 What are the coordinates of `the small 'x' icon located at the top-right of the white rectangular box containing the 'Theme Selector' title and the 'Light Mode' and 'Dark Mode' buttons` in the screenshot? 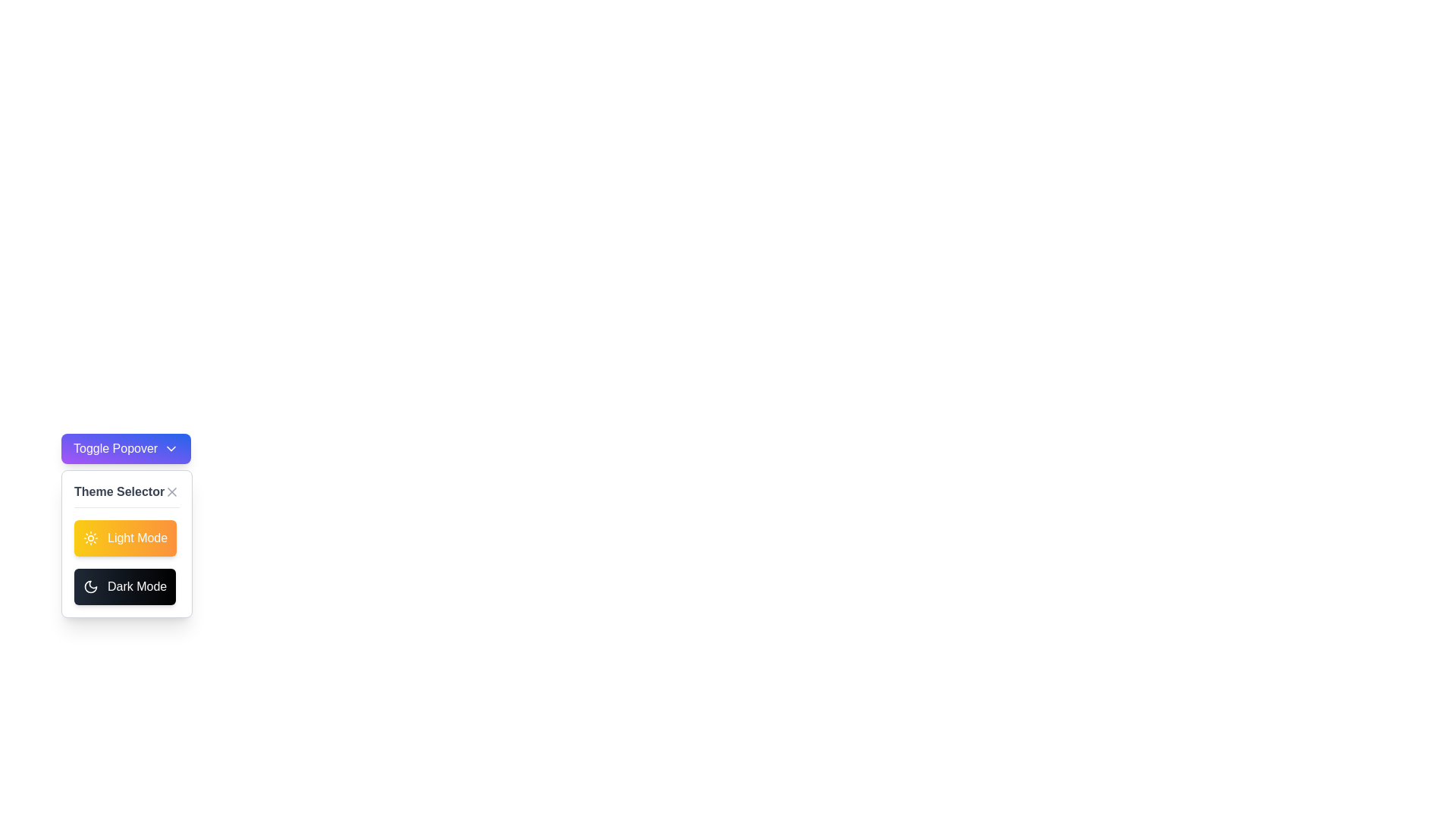 It's located at (172, 491).